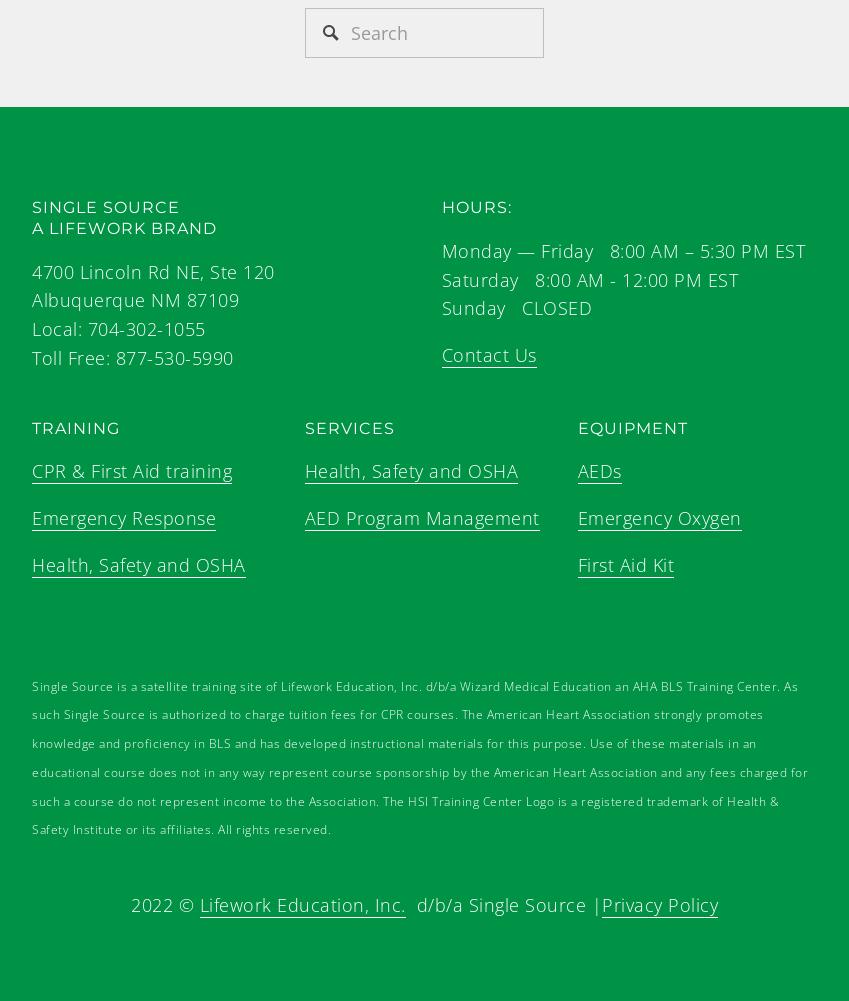  I want to click on 'Toll Free: 877-530-5990', so click(131, 356).